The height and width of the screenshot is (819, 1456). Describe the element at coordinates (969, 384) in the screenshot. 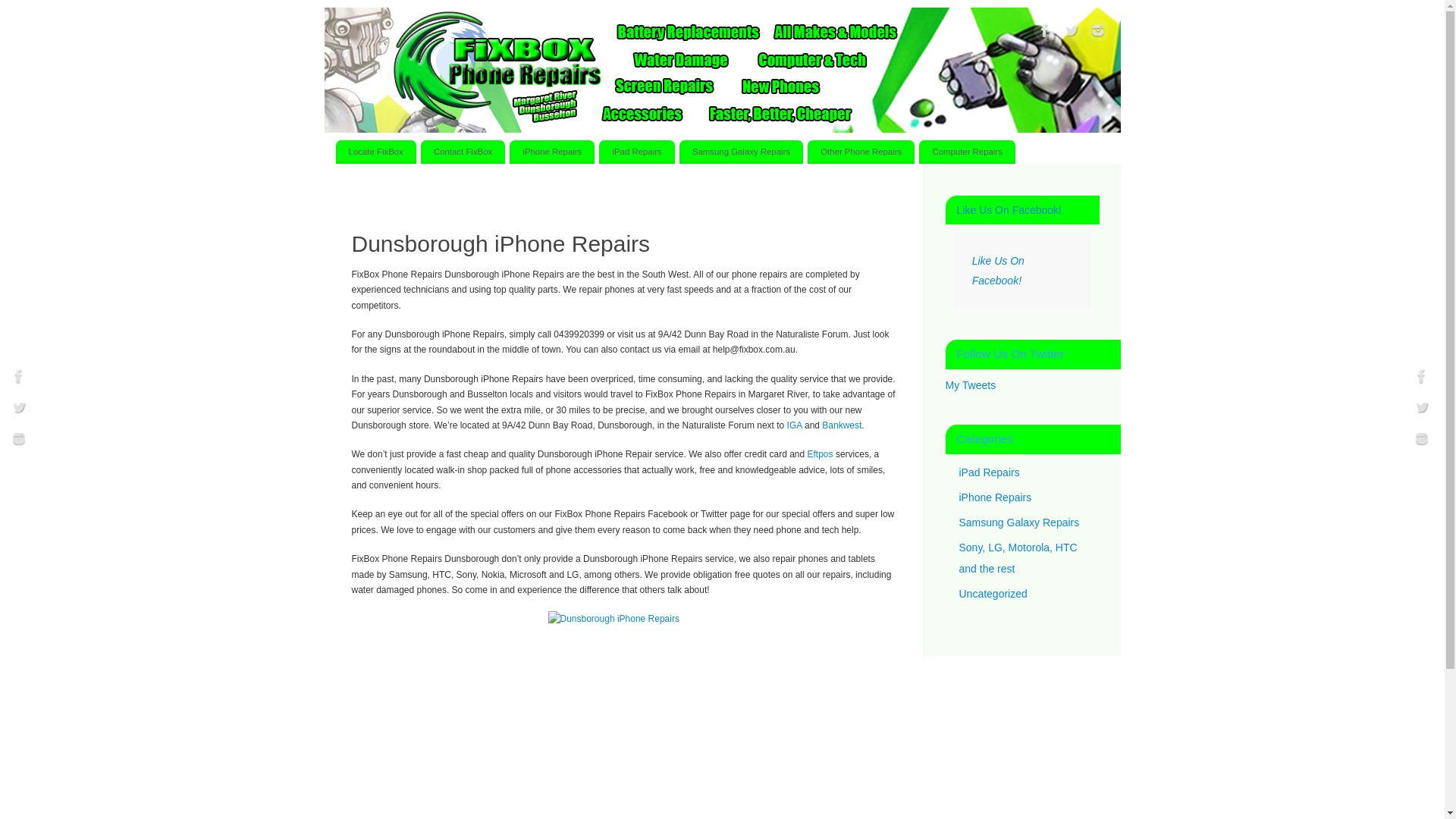

I see `'My Tweets'` at that location.